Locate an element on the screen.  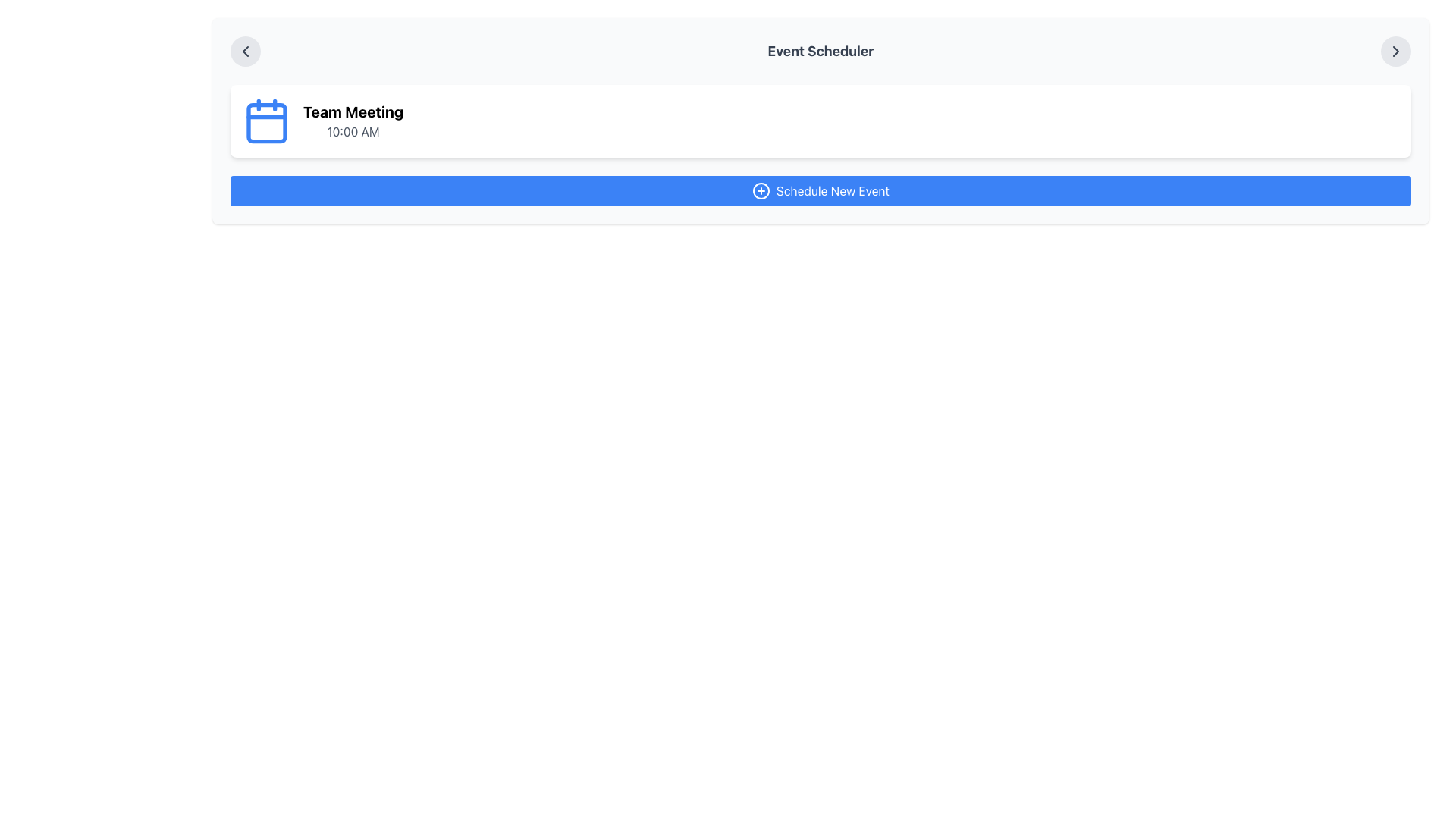
the forward arrow icon located in the top-right corner of the interface, inside a rounded button in the header section is located at coordinates (1395, 51).